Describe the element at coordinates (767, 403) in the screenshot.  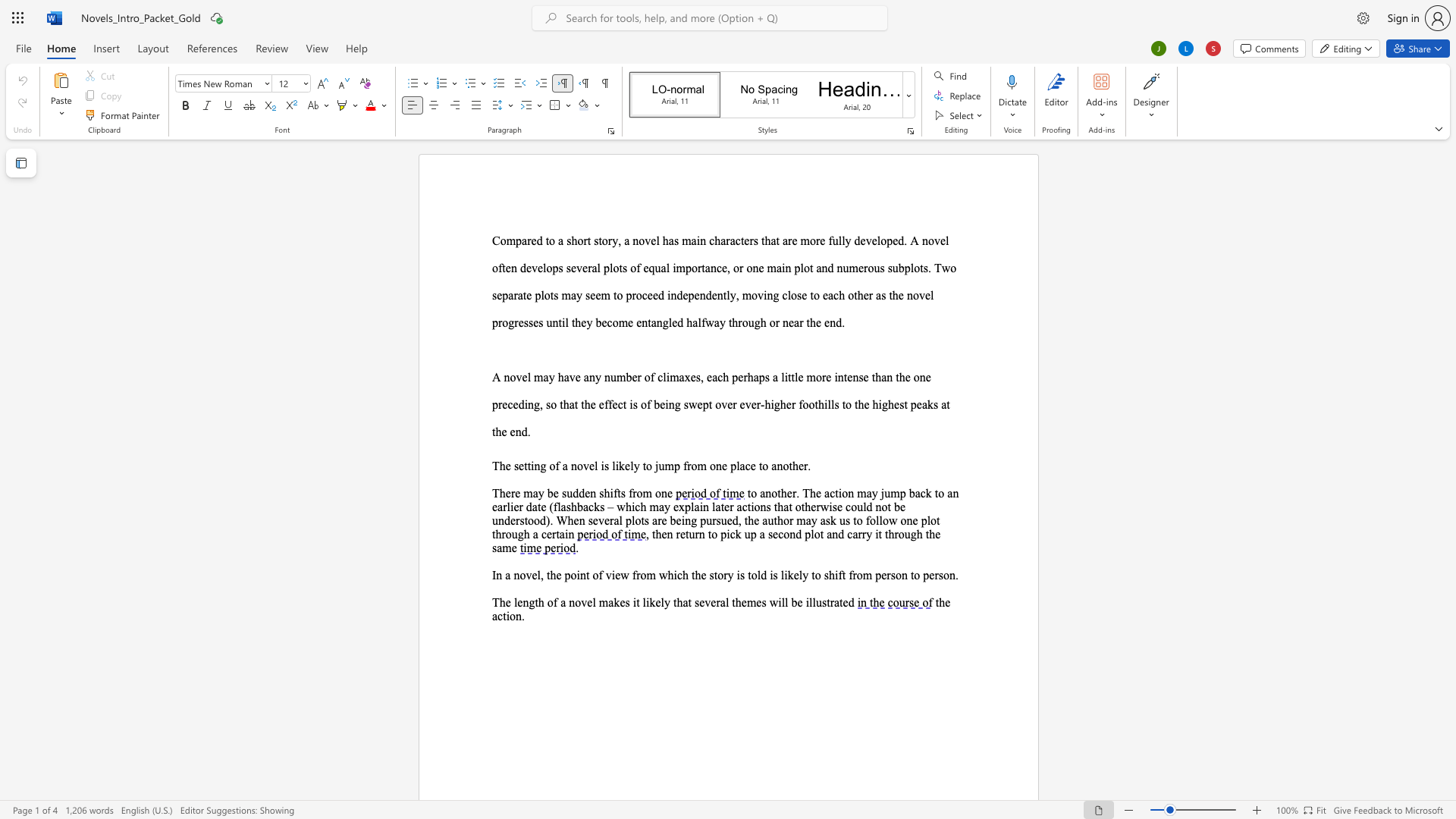
I see `the 5th character "h" in the text` at that location.